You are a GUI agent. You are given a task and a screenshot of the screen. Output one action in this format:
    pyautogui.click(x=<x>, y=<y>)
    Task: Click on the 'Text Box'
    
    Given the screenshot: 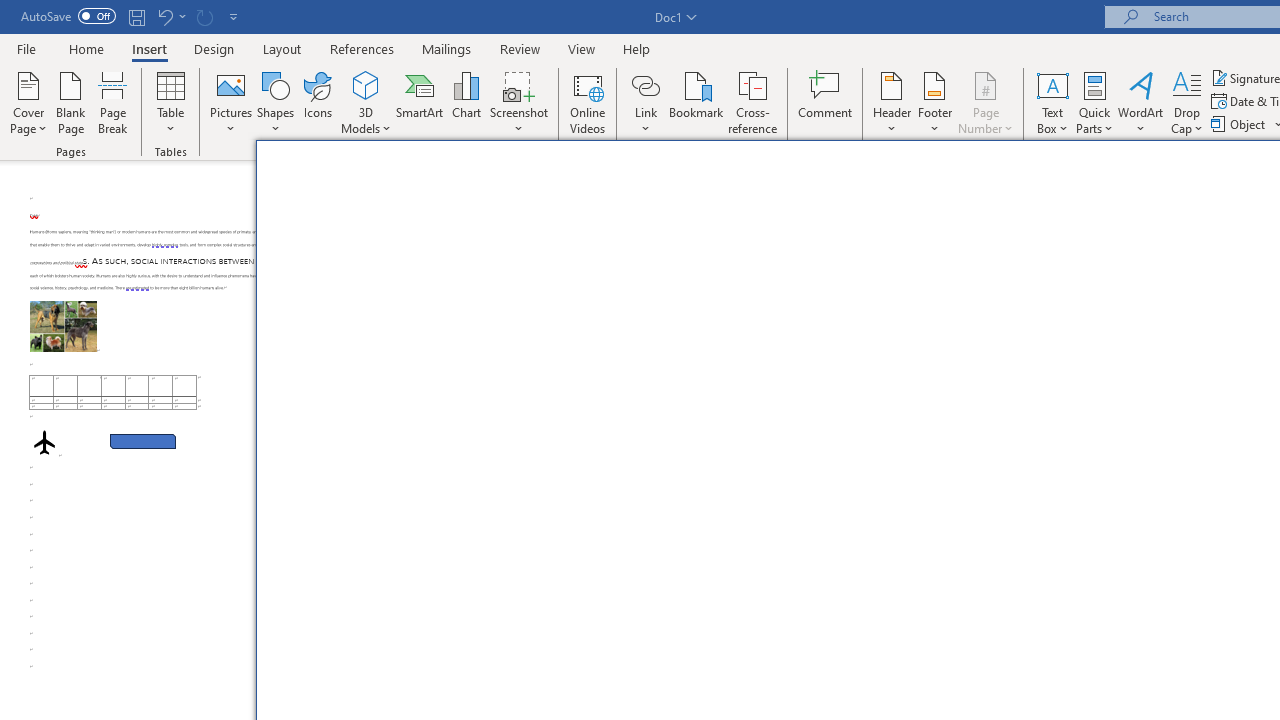 What is the action you would take?
    pyautogui.click(x=1051, y=103)
    